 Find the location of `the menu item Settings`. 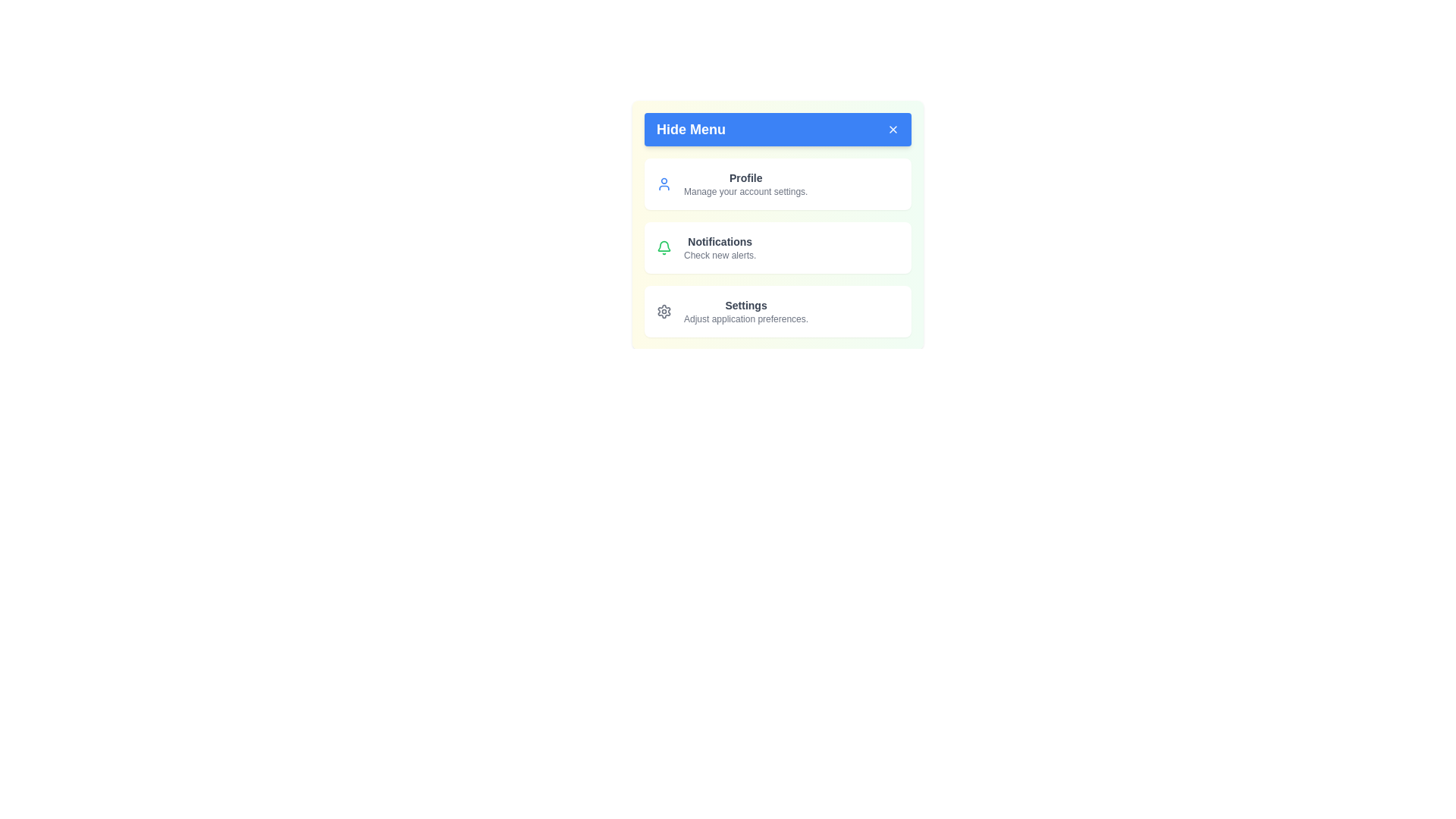

the menu item Settings is located at coordinates (778, 311).